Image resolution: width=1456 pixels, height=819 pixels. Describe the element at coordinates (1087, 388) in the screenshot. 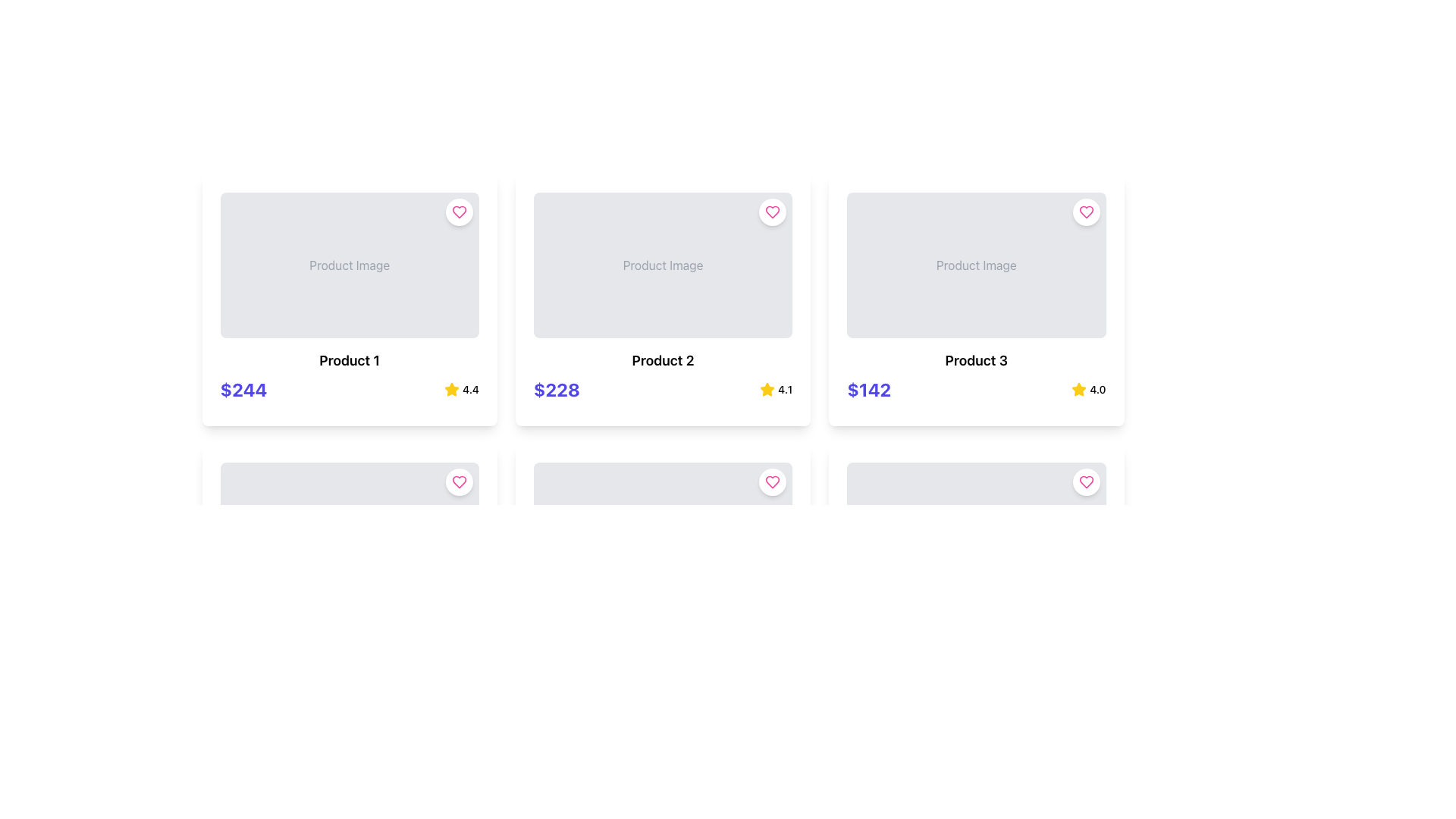

I see `rating value displayed in the Rating indicator, which consists of a yellow star icon and the text '4.0' located in the bottom right corner of the third product card` at that location.